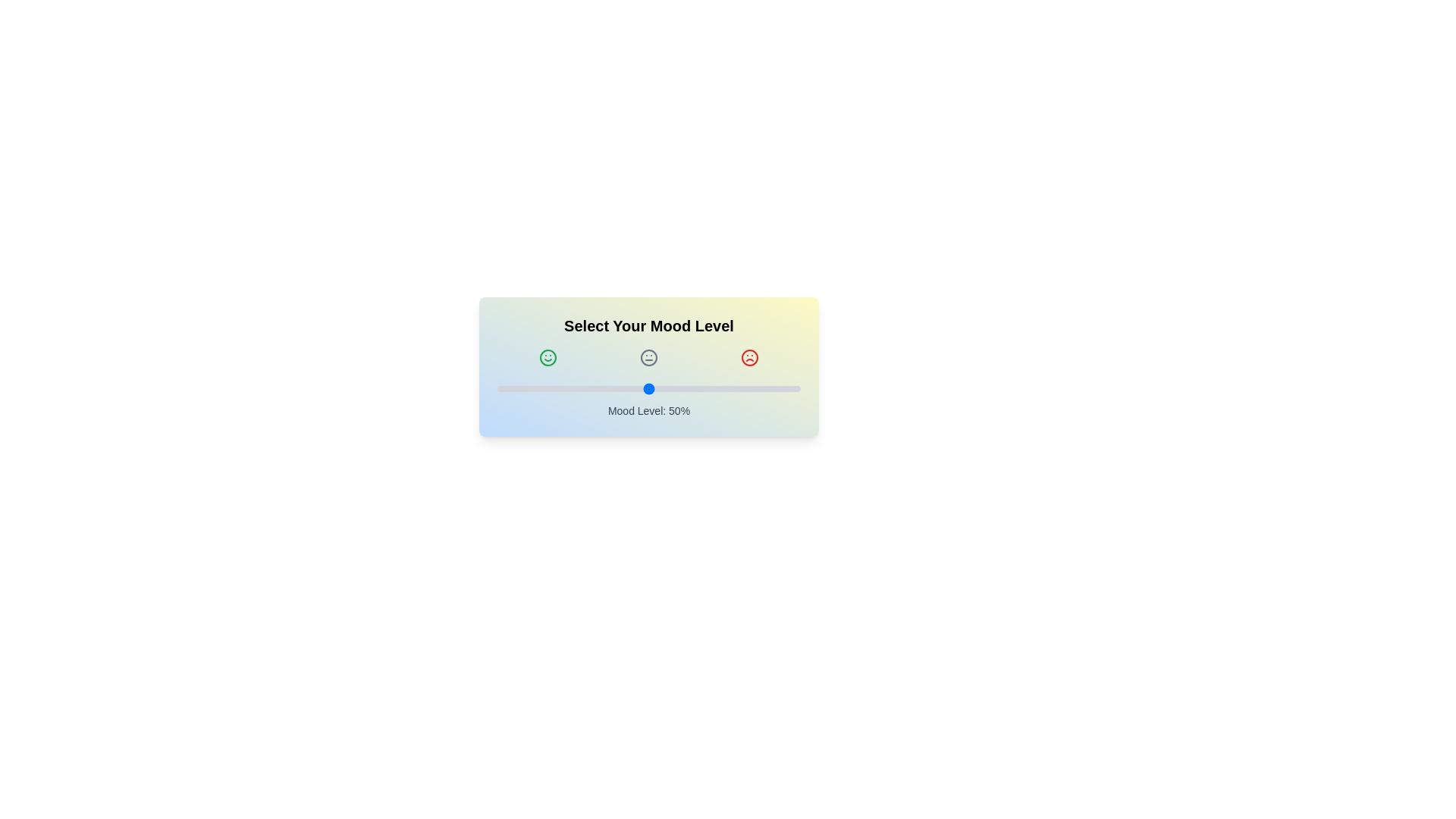  Describe the element at coordinates (745, 388) in the screenshot. I see `the mood level` at that location.